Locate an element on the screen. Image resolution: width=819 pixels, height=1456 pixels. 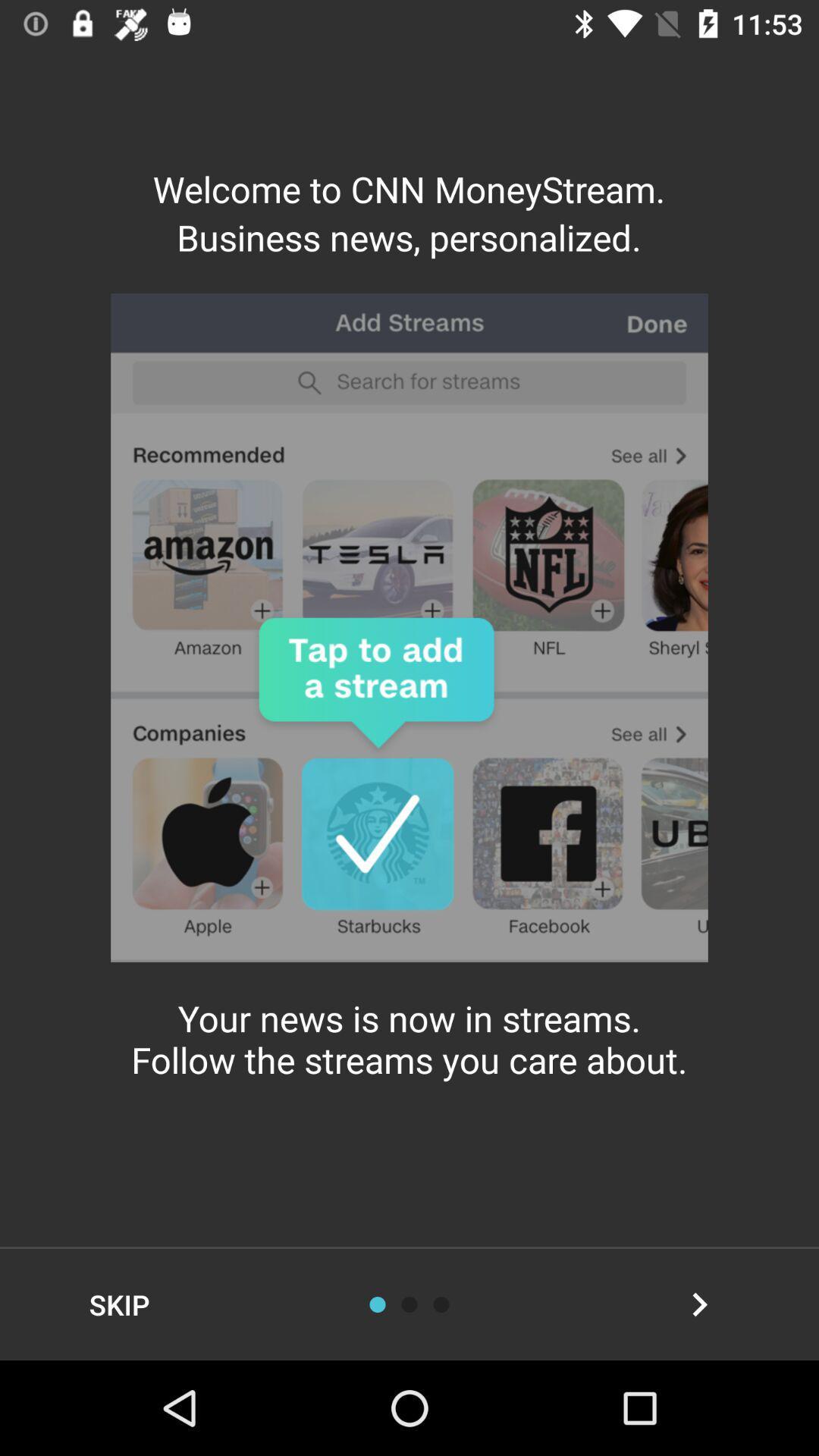
navigate to next screen is located at coordinates (699, 1304).